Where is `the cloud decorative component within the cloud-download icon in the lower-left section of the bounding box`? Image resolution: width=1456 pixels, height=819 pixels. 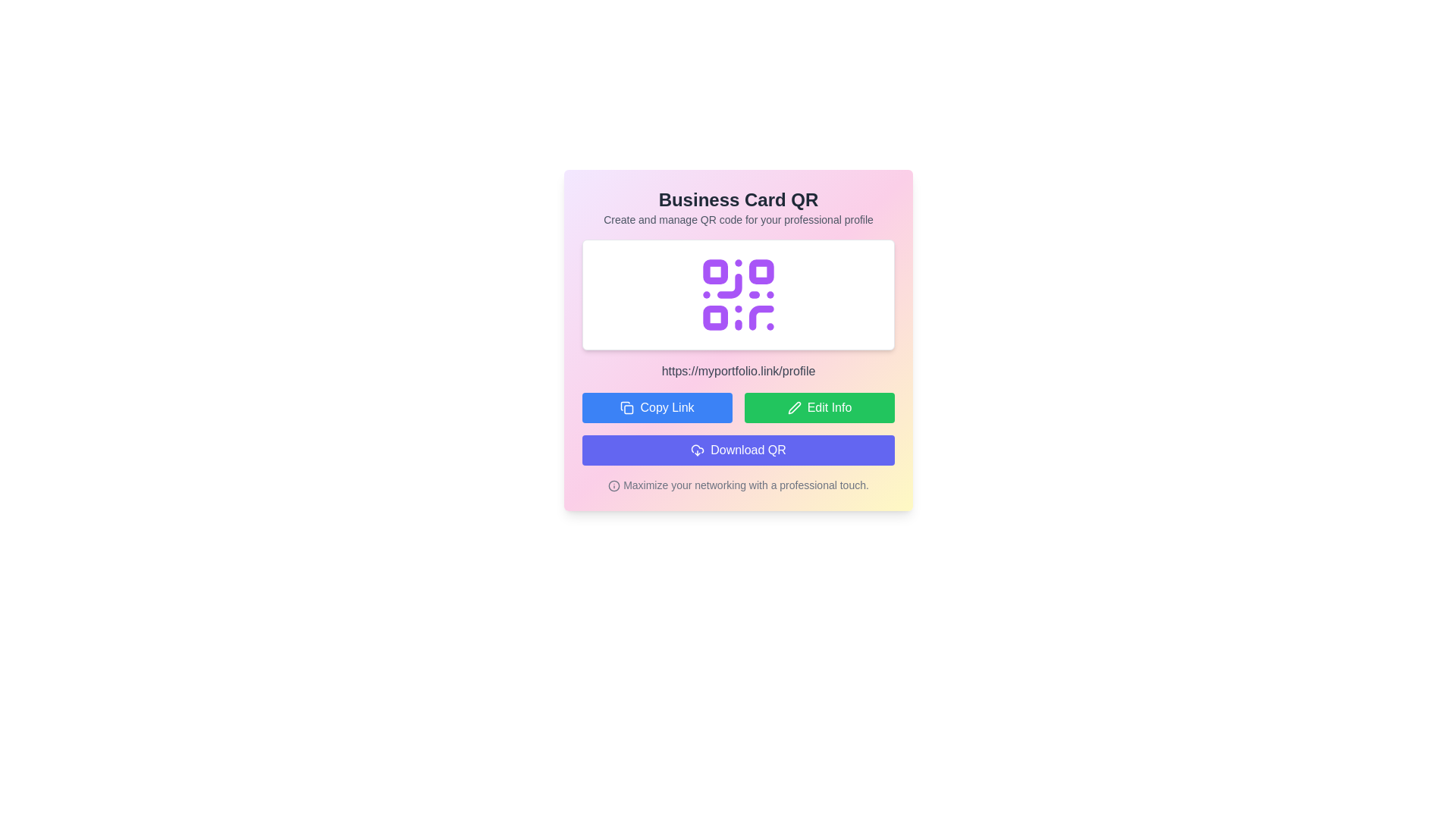 the cloud decorative component within the cloud-download icon in the lower-left section of the bounding box is located at coordinates (697, 448).